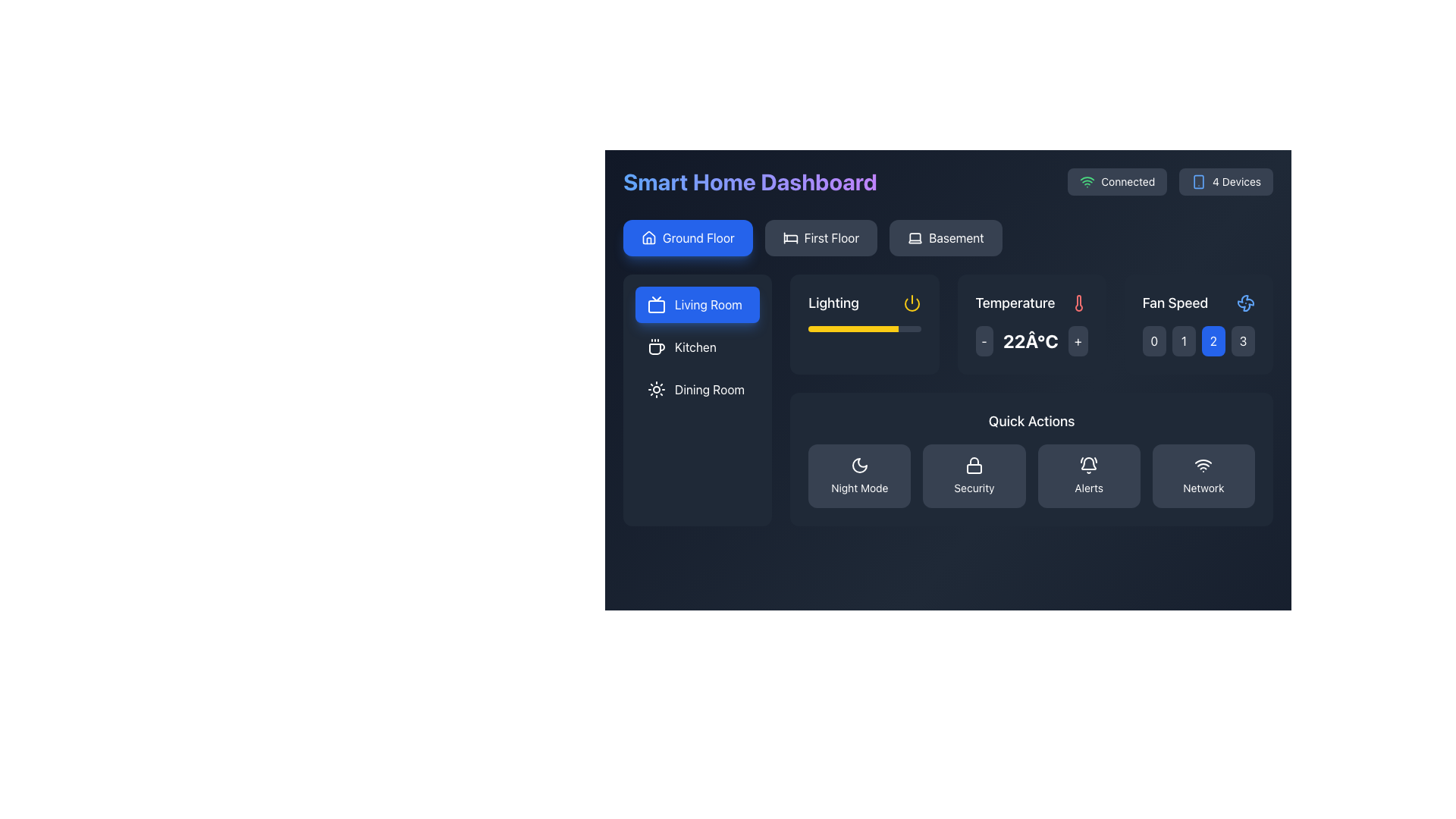  I want to click on label 'Basement' inside the navigation button that has white text on a dark gray background, located in the top-center area of the interface, so click(955, 237).